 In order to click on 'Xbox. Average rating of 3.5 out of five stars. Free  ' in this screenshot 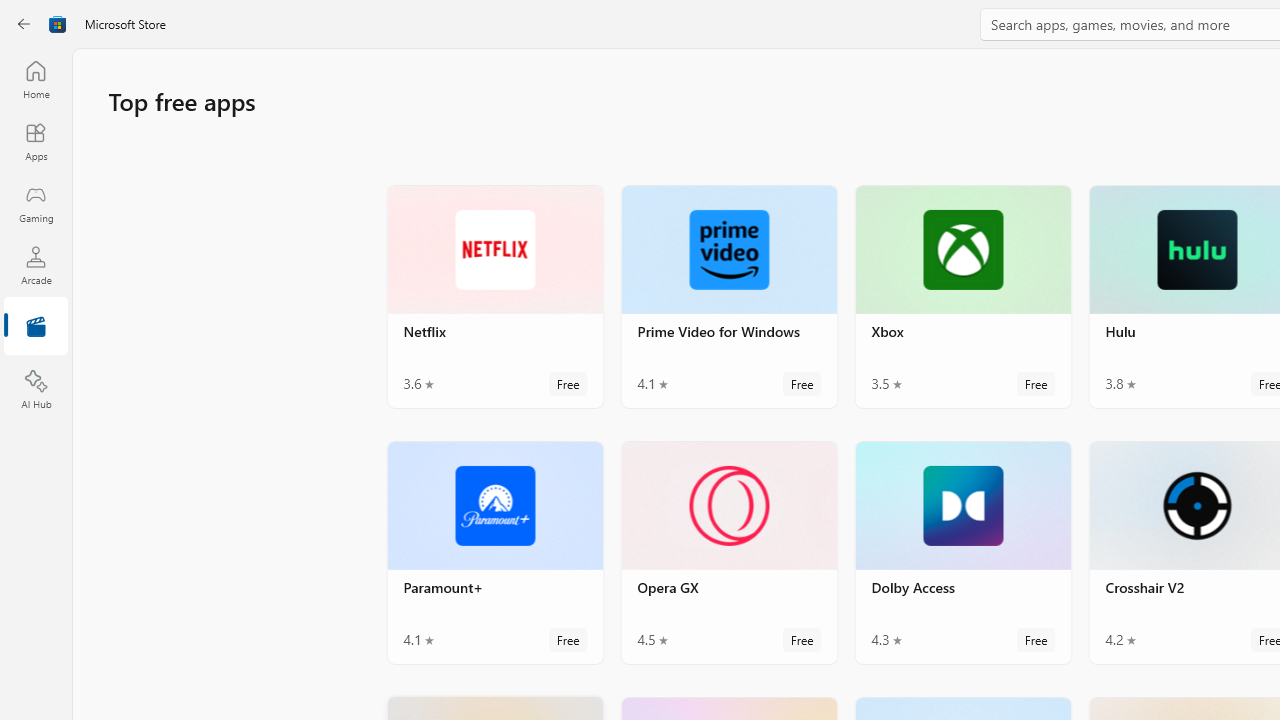, I will do `click(963, 296)`.